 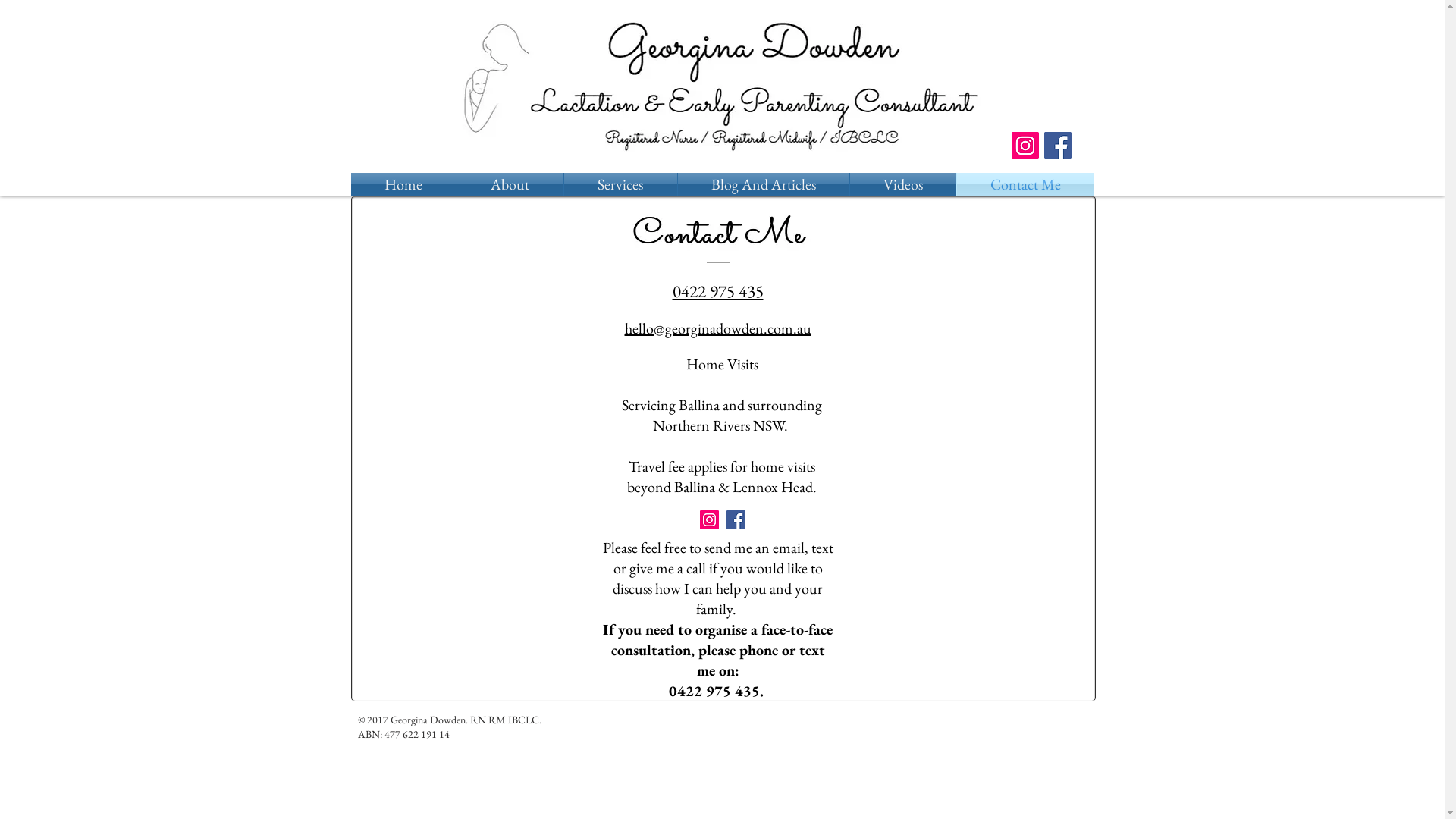 What do you see at coordinates (717, 328) in the screenshot?
I see `'hello@georginadowden.com.au'` at bounding box center [717, 328].